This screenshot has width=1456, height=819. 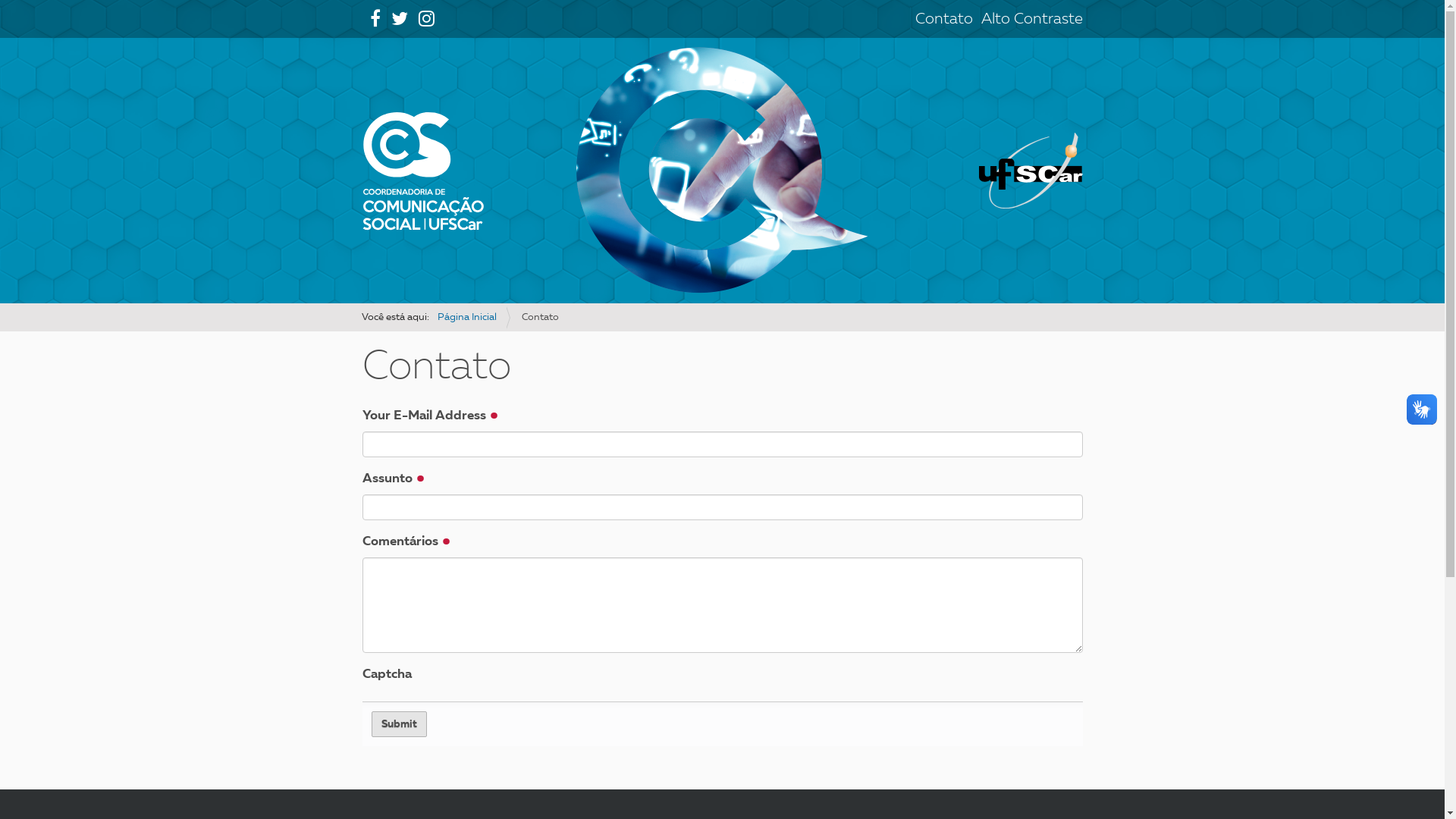 I want to click on 'Submit', so click(x=371, y=723).